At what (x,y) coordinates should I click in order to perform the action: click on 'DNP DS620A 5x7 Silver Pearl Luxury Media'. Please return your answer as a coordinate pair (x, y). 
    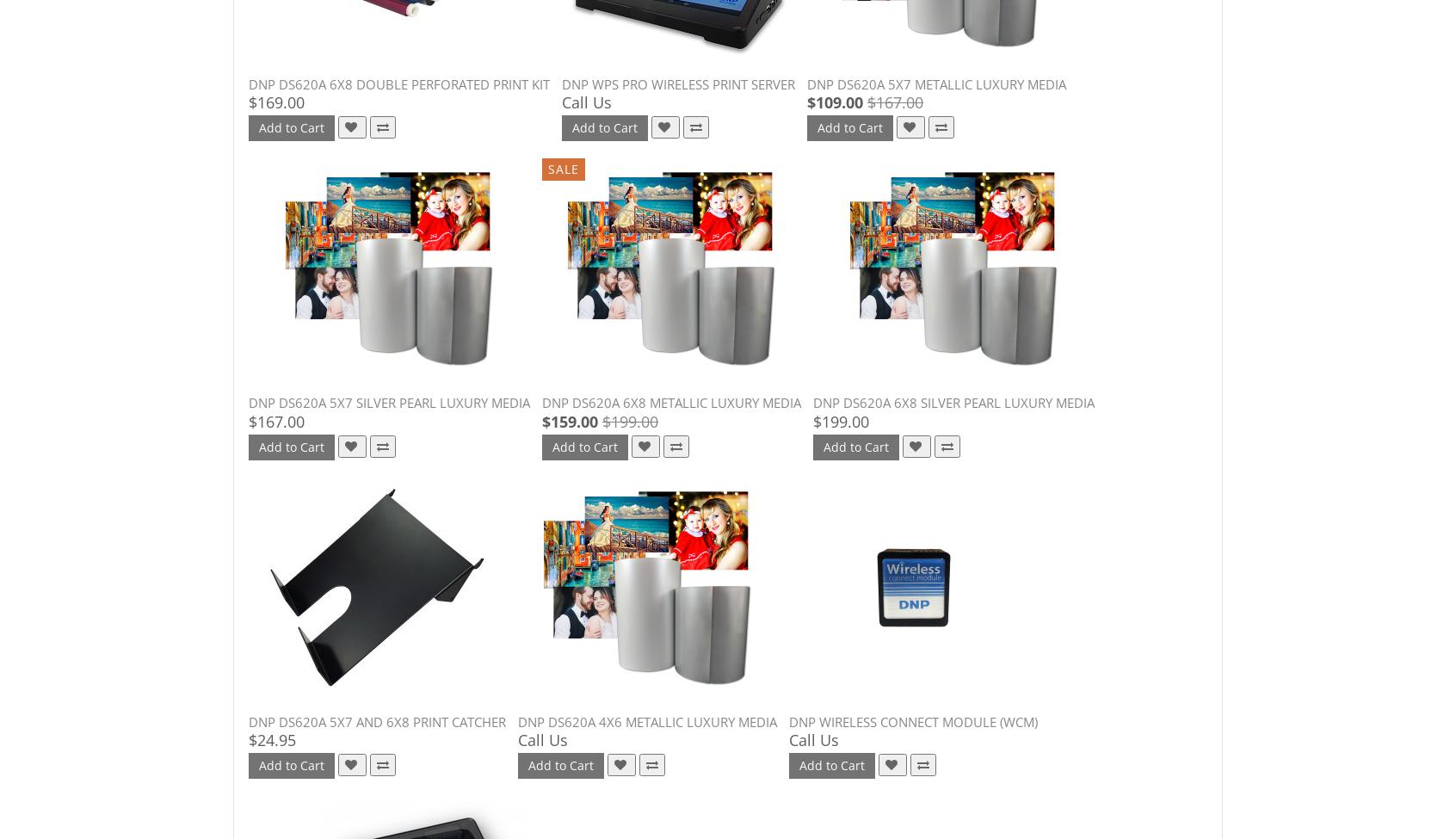
    Looking at the image, I should click on (388, 403).